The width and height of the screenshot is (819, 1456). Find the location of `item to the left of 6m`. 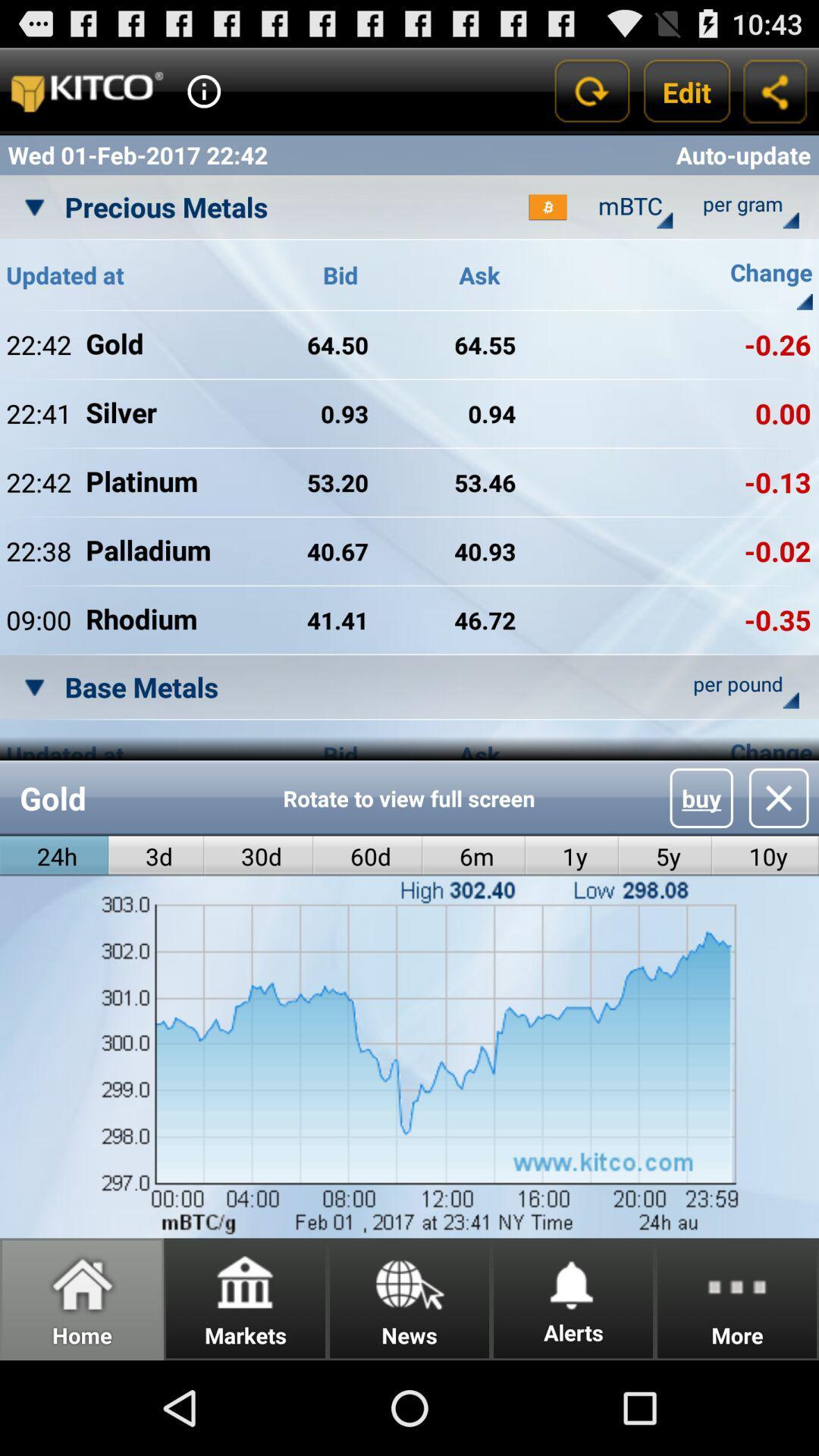

item to the left of 6m is located at coordinates (368, 856).